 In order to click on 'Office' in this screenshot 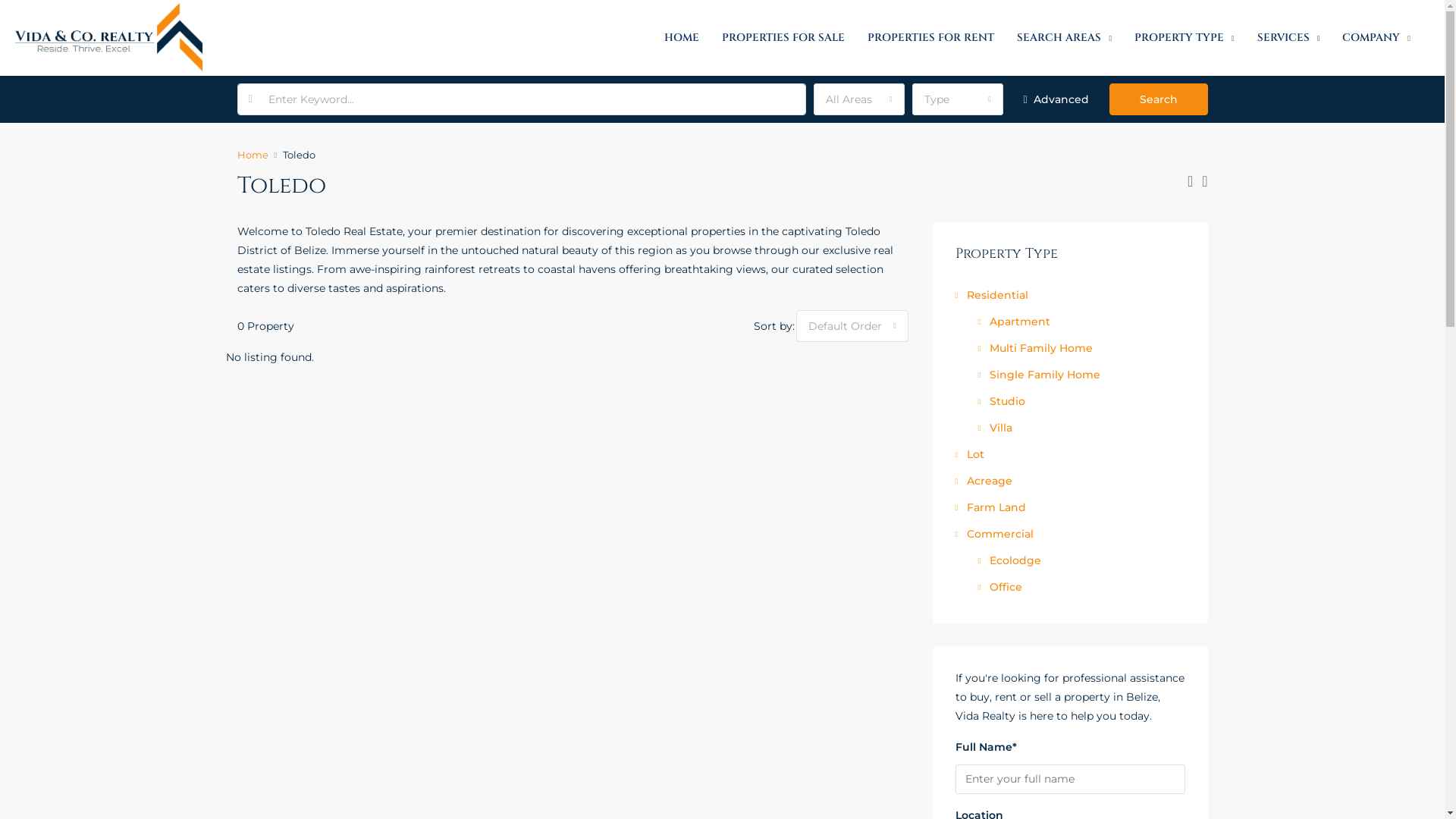, I will do `click(978, 586)`.